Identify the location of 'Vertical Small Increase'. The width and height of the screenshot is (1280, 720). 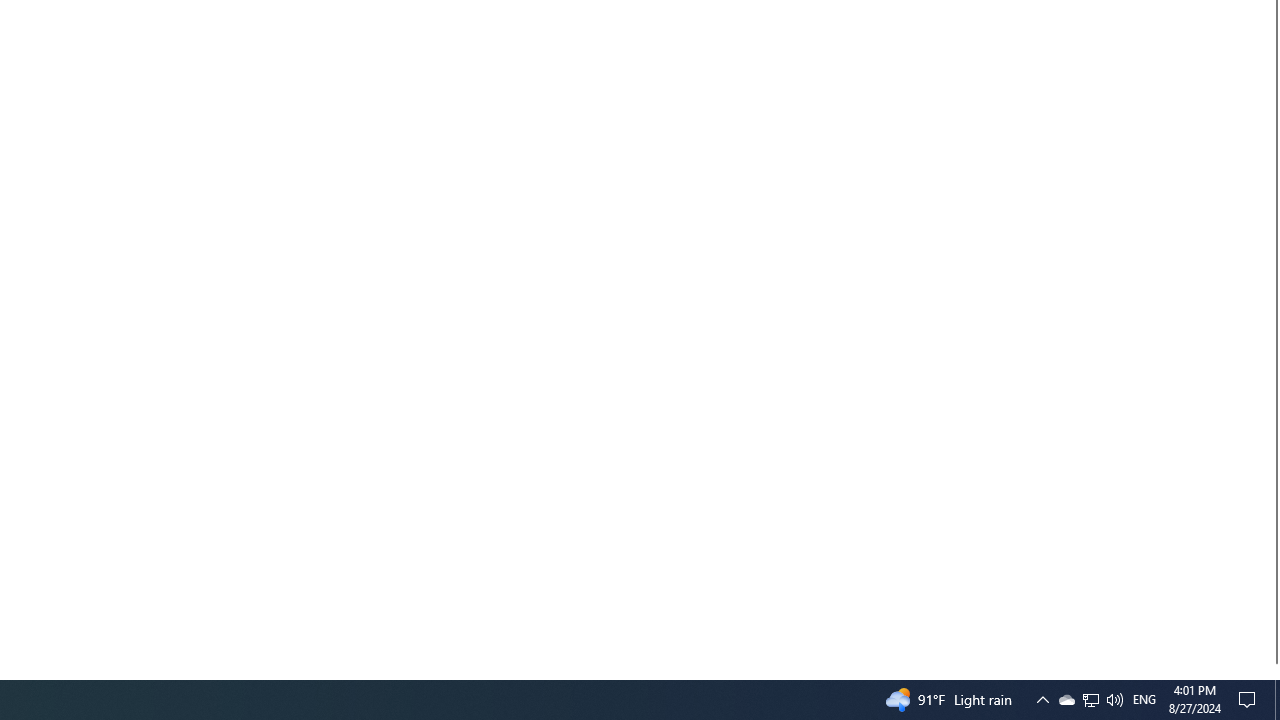
(1271, 671).